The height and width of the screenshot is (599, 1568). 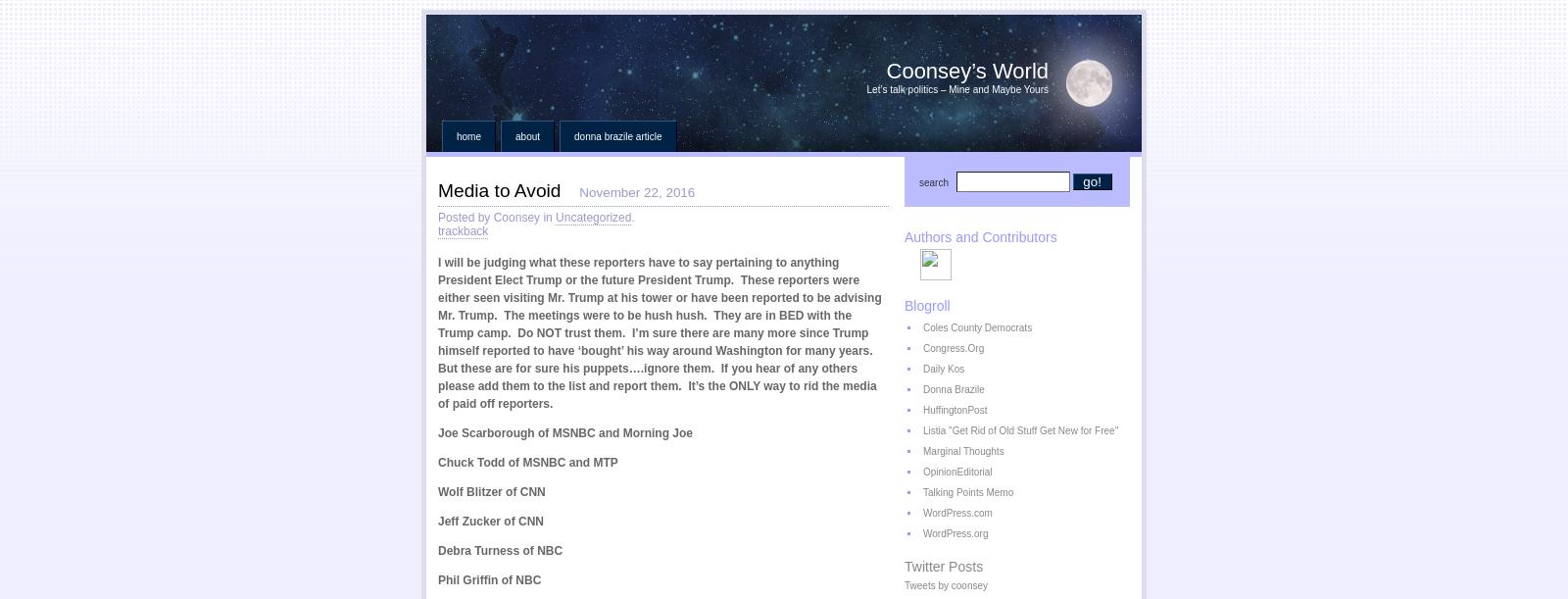 I want to click on 'Donna Brazile', so click(x=921, y=389).